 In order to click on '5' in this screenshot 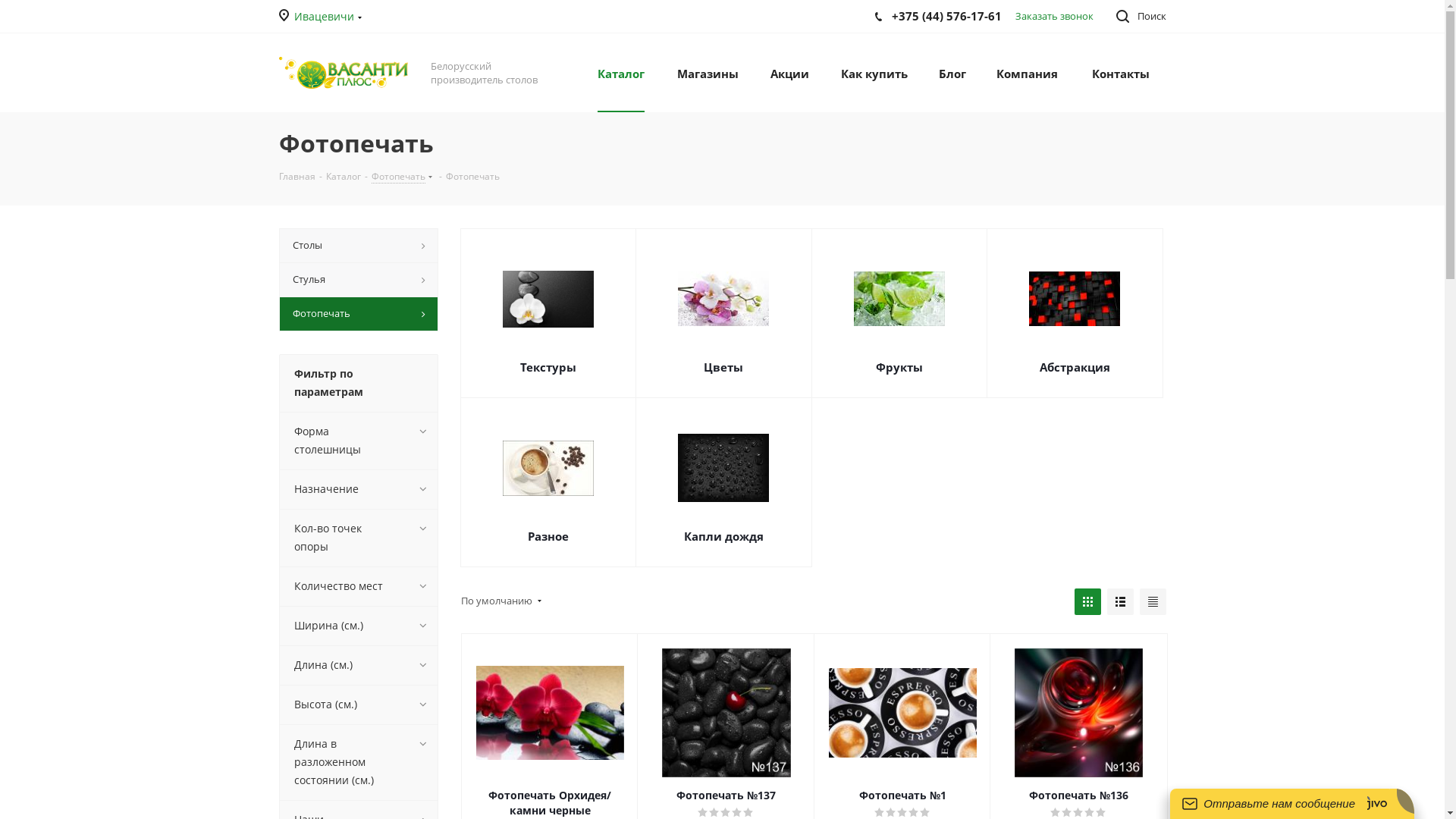, I will do `click(919, 812)`.